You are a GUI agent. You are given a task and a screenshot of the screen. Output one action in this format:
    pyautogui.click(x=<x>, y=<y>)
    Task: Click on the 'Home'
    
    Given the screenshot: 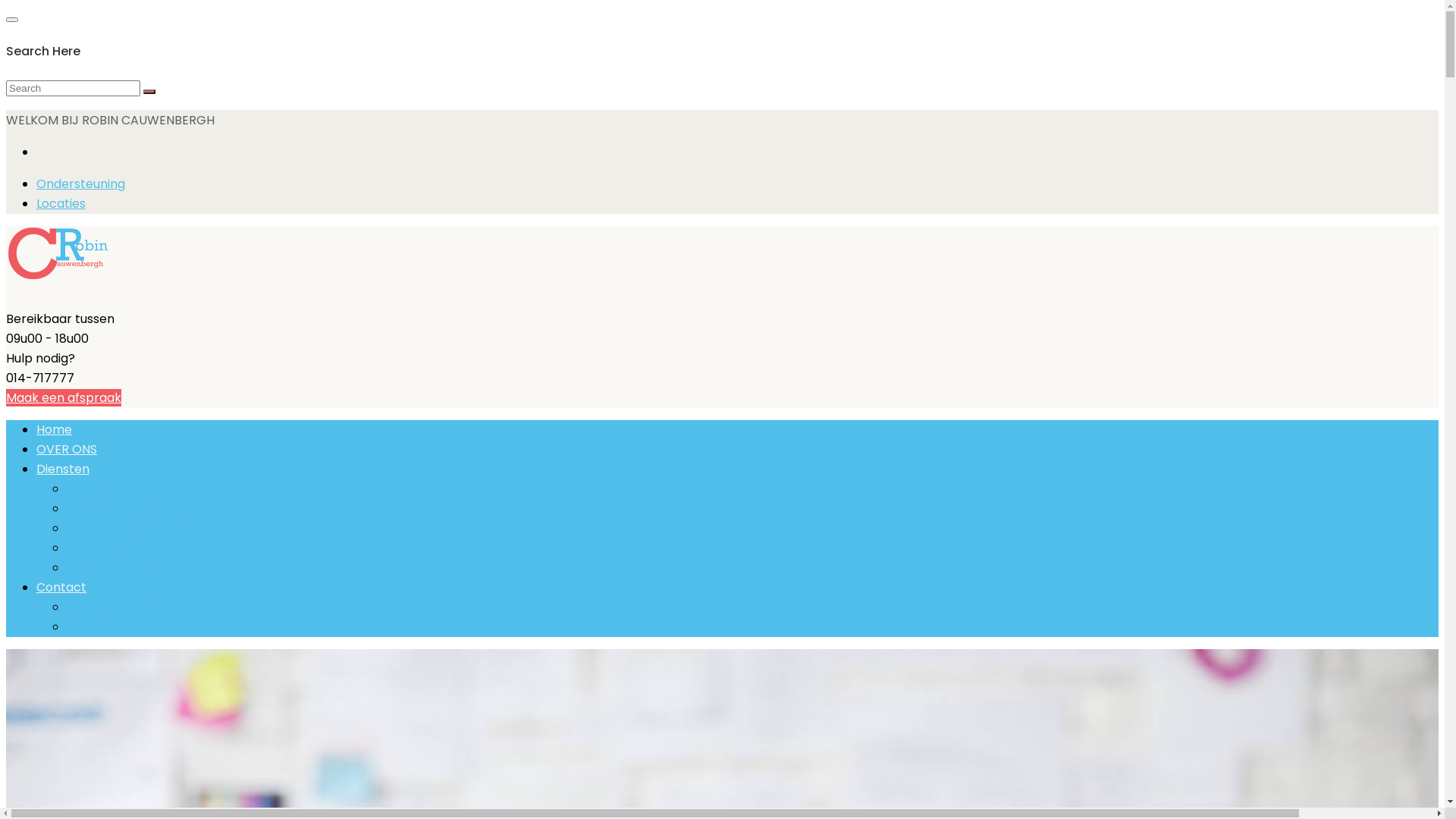 What is the action you would take?
    pyautogui.click(x=54, y=429)
    